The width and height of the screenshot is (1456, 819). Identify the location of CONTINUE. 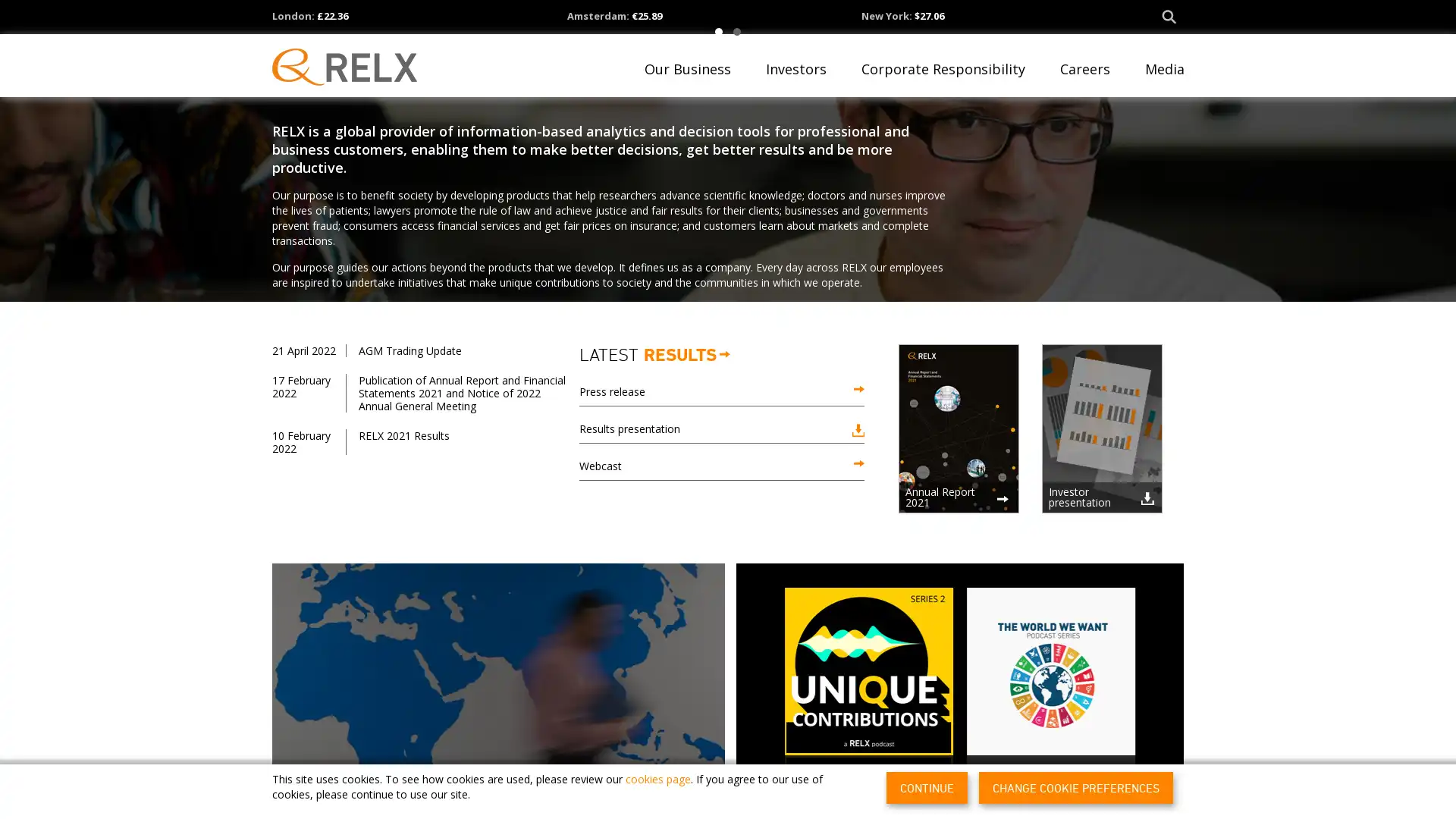
(926, 786).